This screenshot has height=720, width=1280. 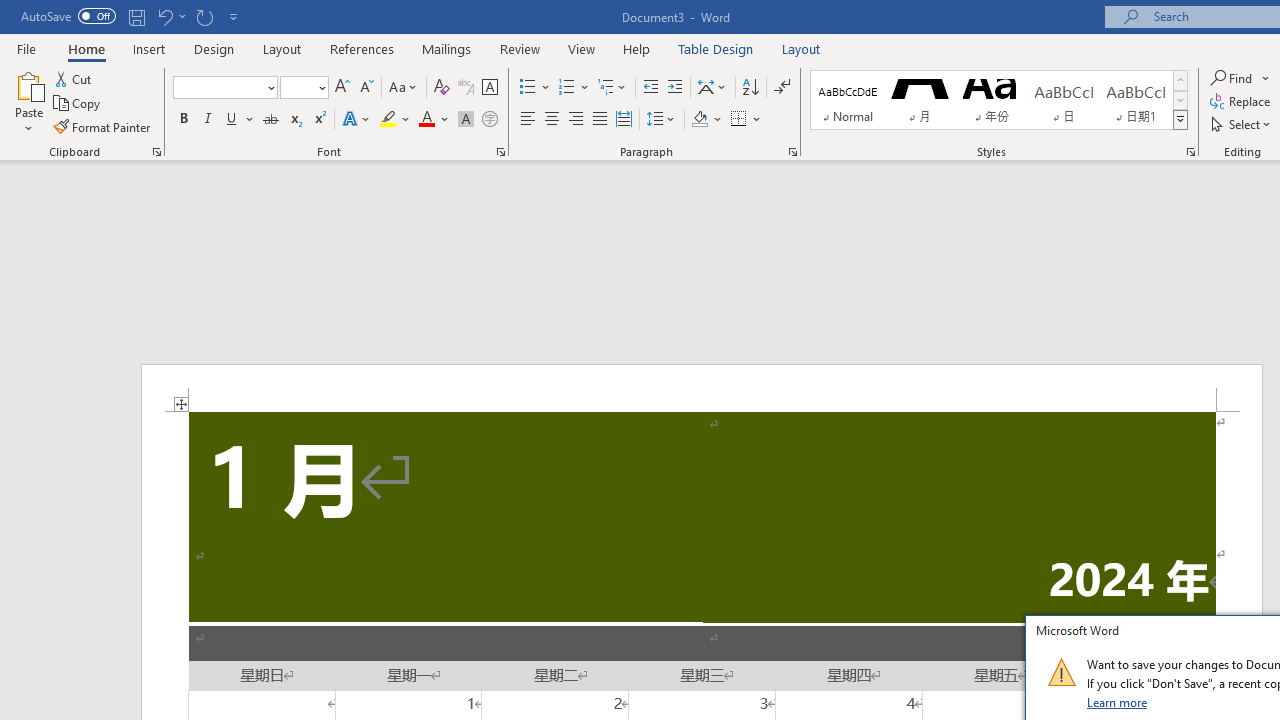 I want to click on 'Enclose Characters...', so click(x=489, y=119).